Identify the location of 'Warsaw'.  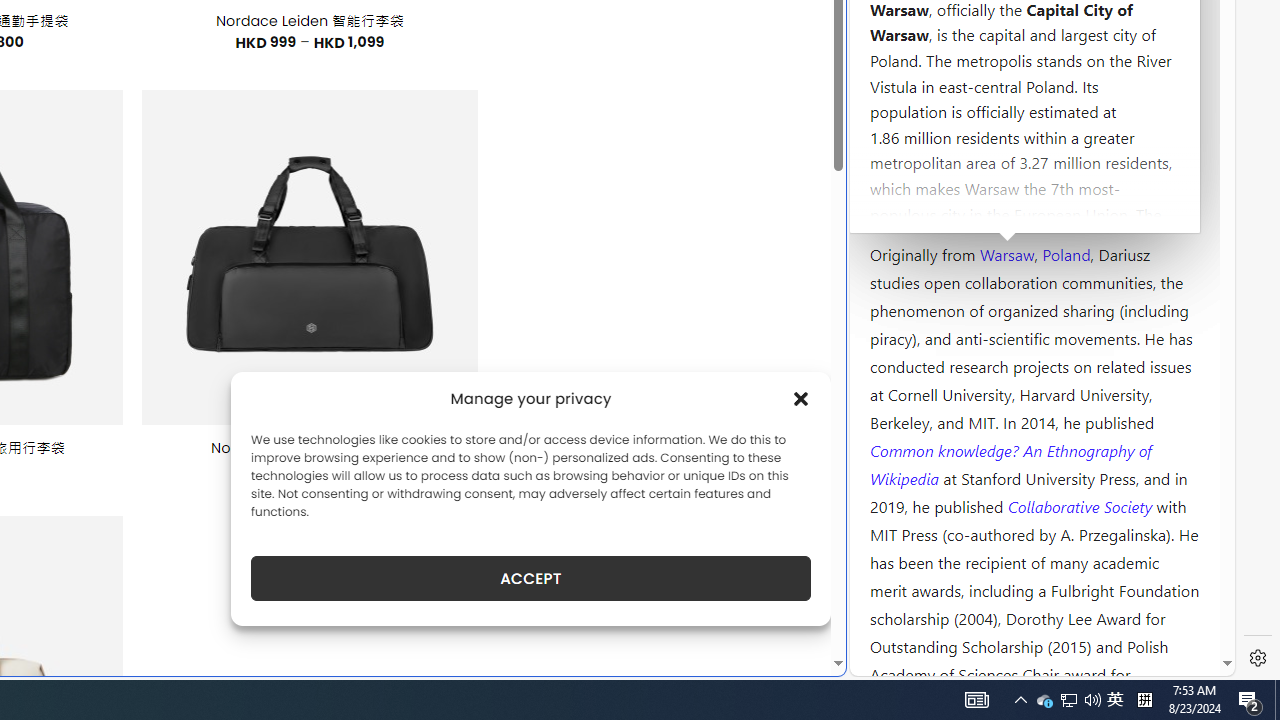
(1006, 252).